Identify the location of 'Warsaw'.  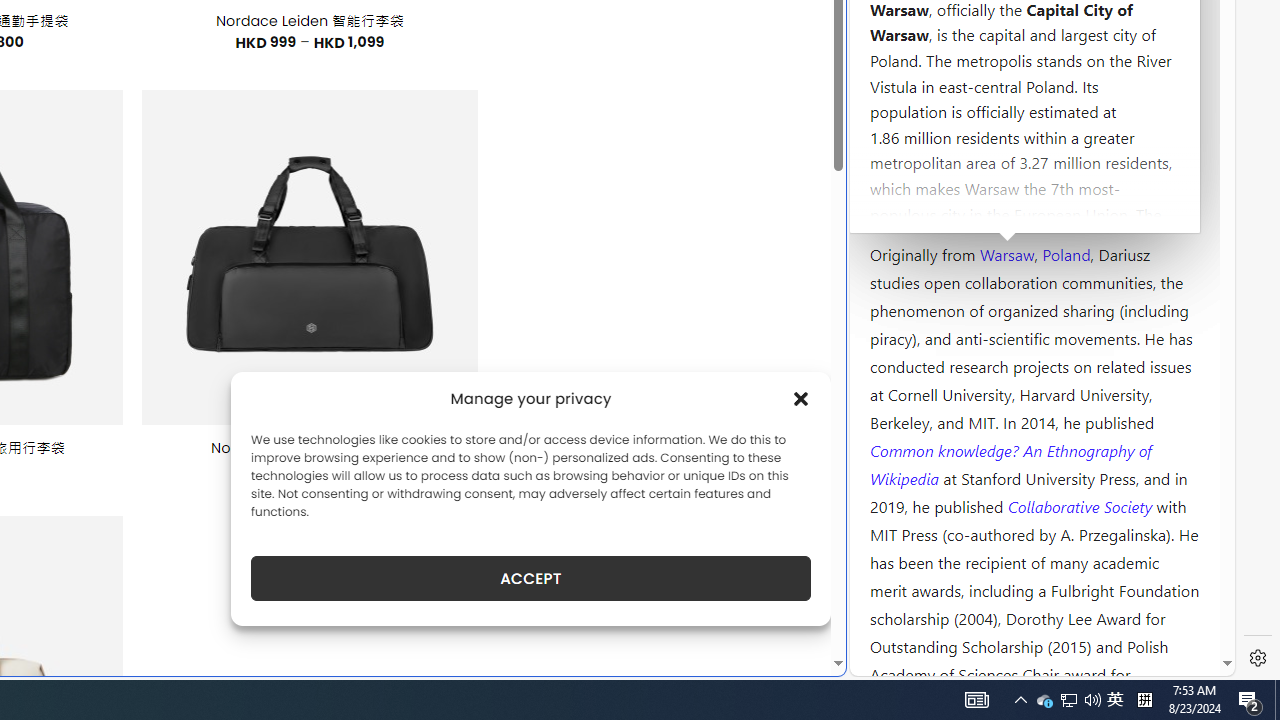
(1006, 252).